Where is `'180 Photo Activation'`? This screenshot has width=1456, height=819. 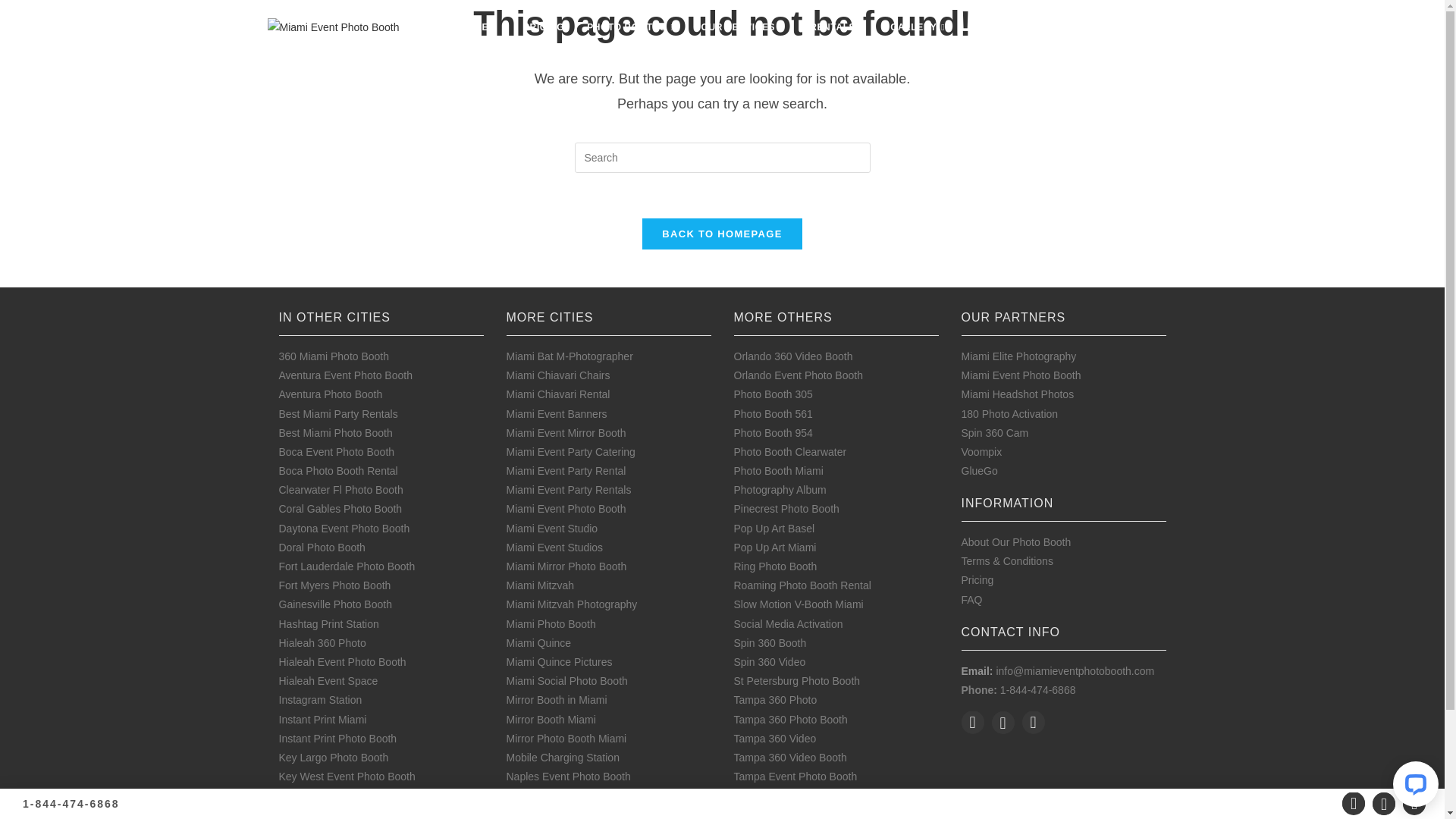 '180 Photo Activation' is located at coordinates (1009, 414).